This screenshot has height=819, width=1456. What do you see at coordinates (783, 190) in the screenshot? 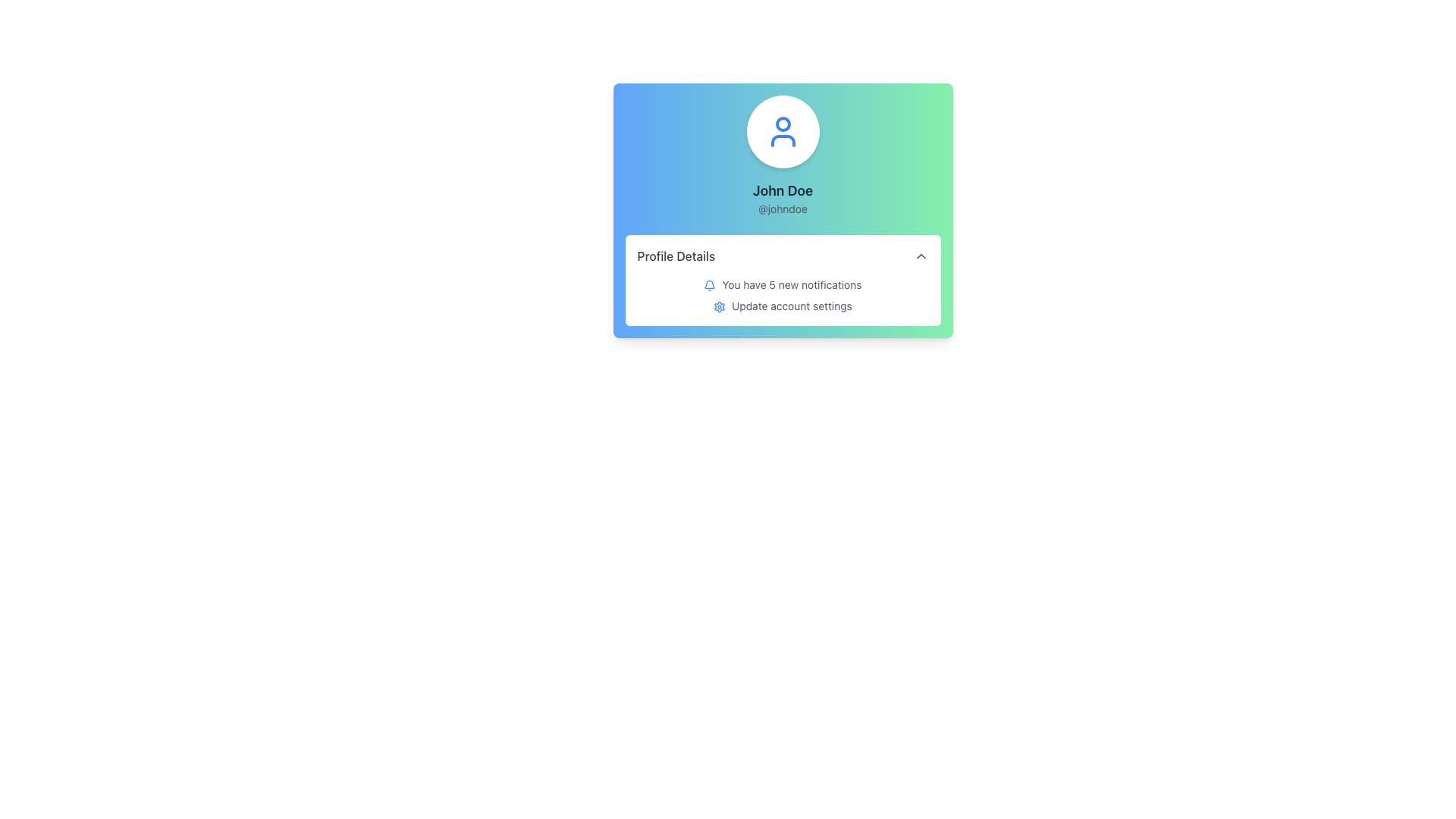
I see `the display name text for the user's profile, which is positioned above the username '@johndoe' and below the profile picture icon` at bounding box center [783, 190].